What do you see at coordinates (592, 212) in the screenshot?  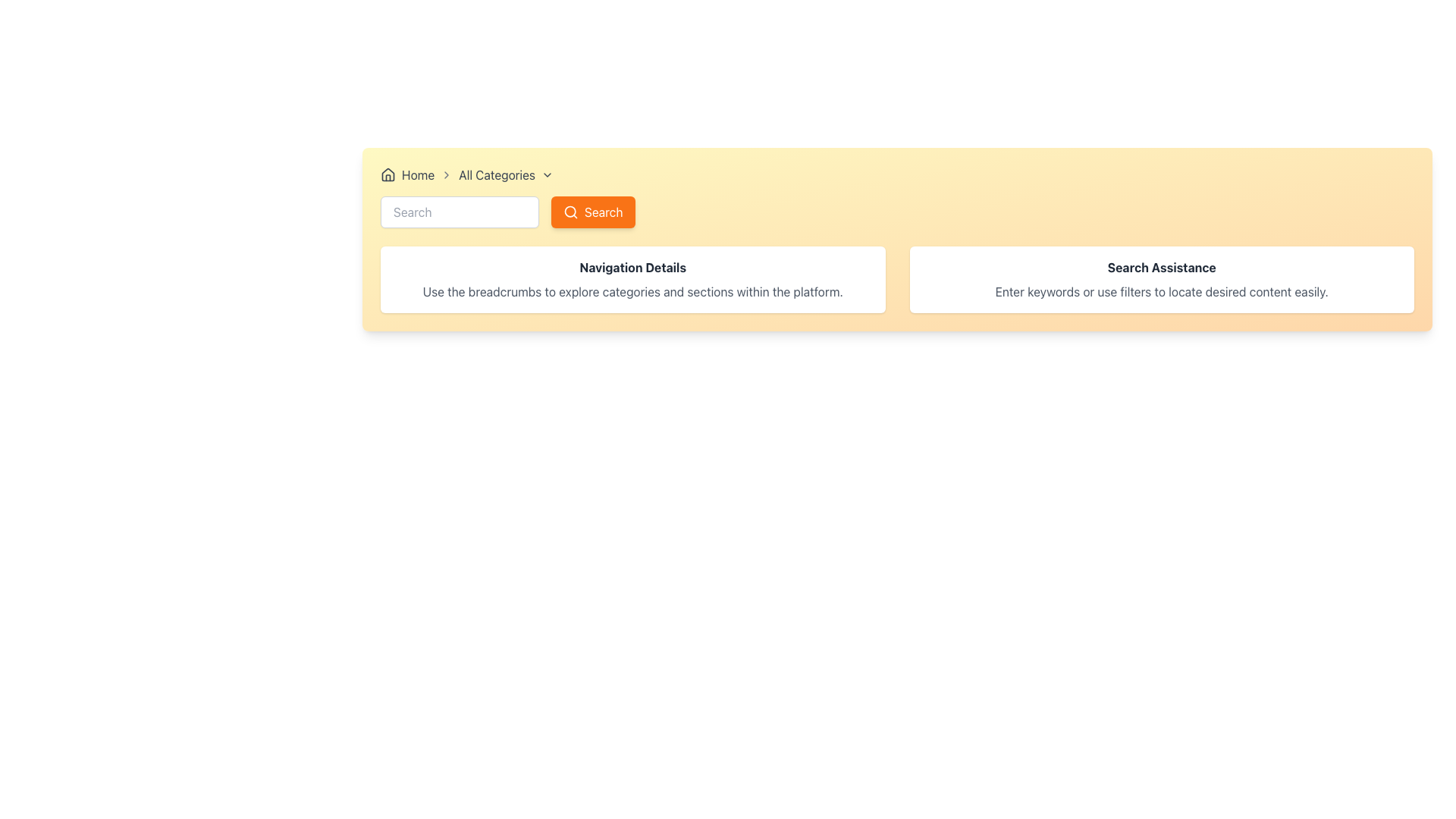 I see `the bright orange 'Search' button with white text and a search icon` at bounding box center [592, 212].